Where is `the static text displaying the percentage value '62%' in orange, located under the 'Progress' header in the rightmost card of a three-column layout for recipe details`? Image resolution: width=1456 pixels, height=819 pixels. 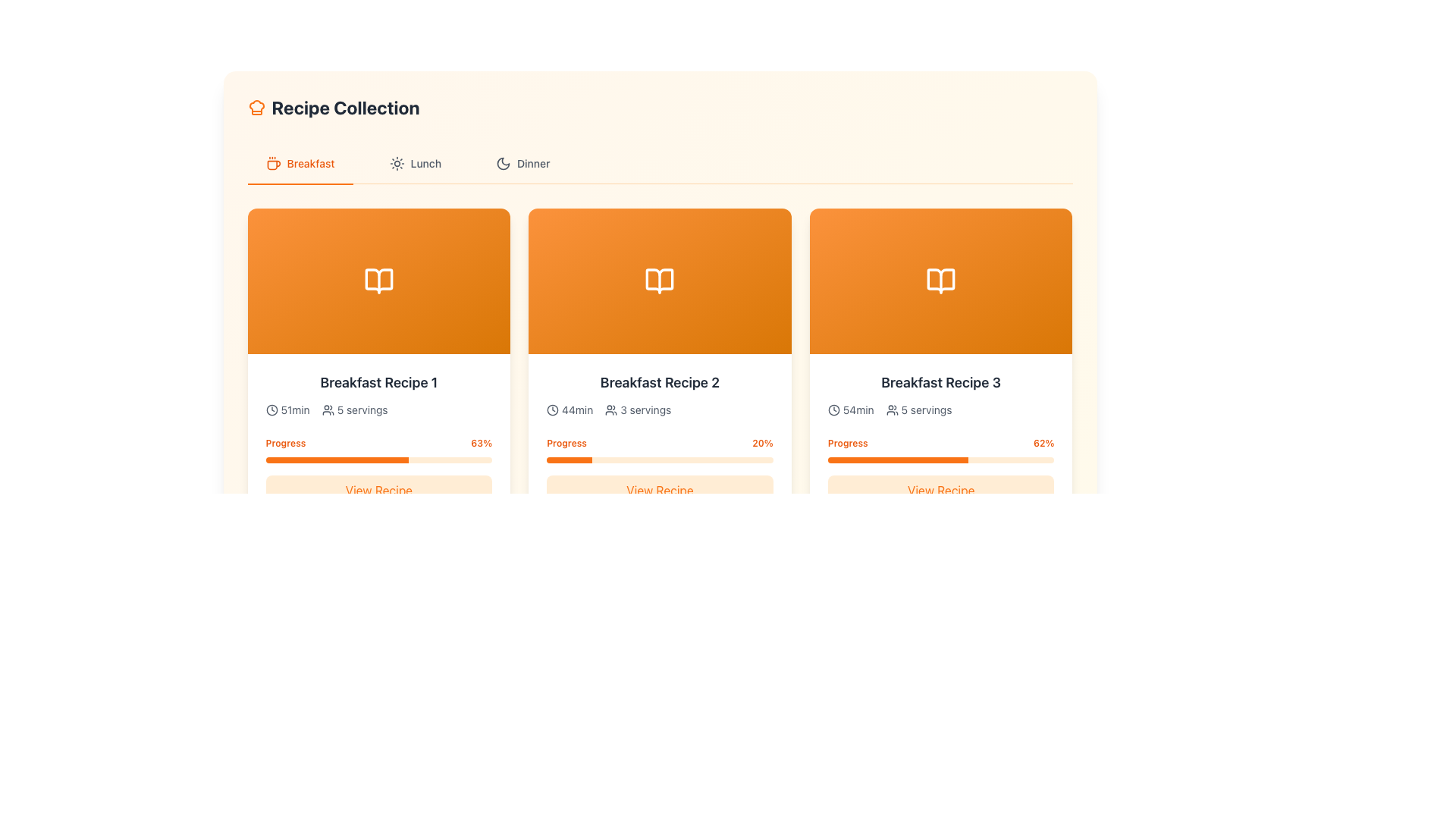
the static text displaying the percentage value '62%' in orange, located under the 'Progress' header in the rightmost card of a three-column layout for recipe details is located at coordinates (1043, 441).